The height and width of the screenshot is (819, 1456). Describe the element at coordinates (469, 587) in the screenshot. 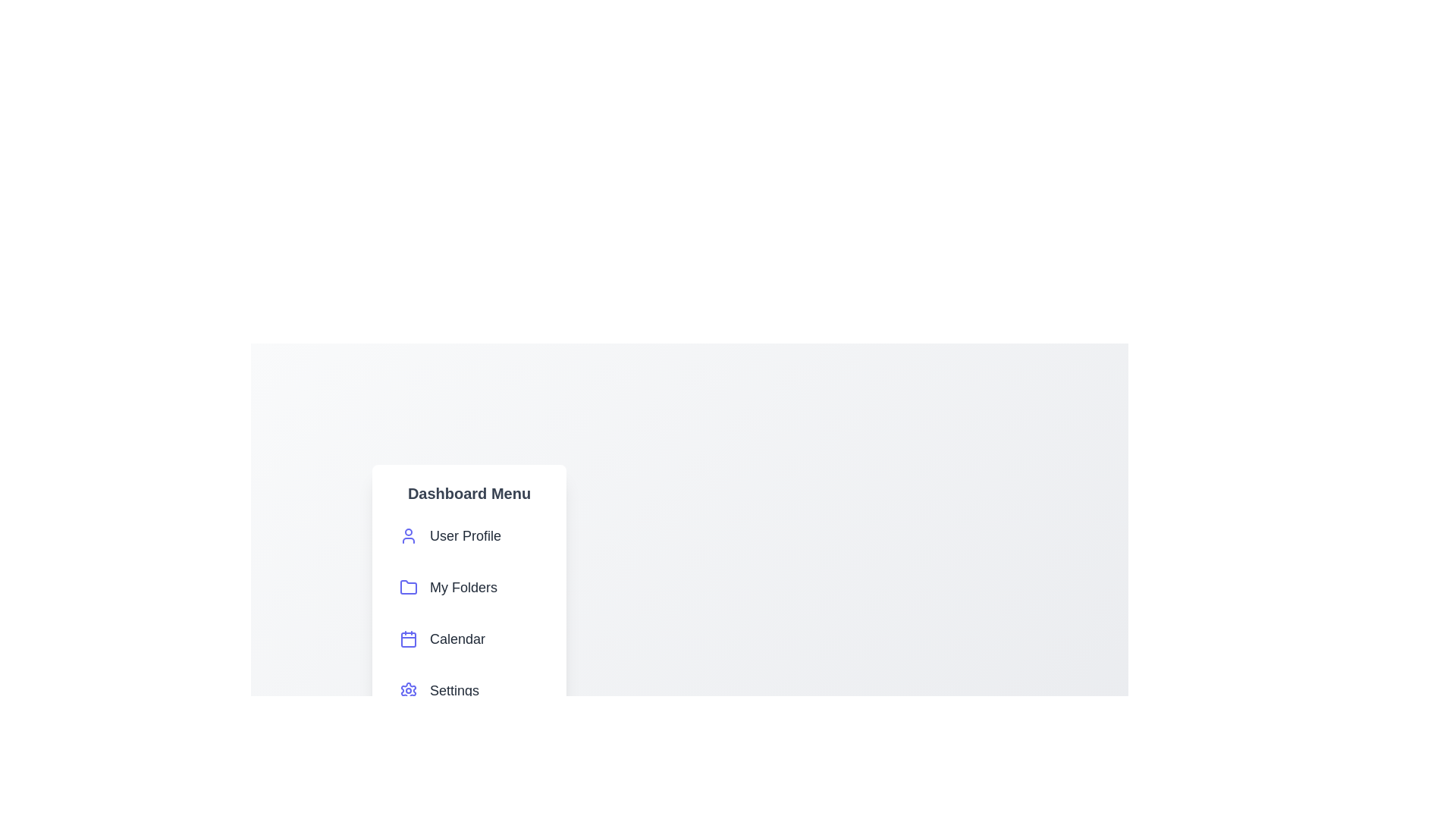

I see `the menu item My Folders to highlight it` at that location.